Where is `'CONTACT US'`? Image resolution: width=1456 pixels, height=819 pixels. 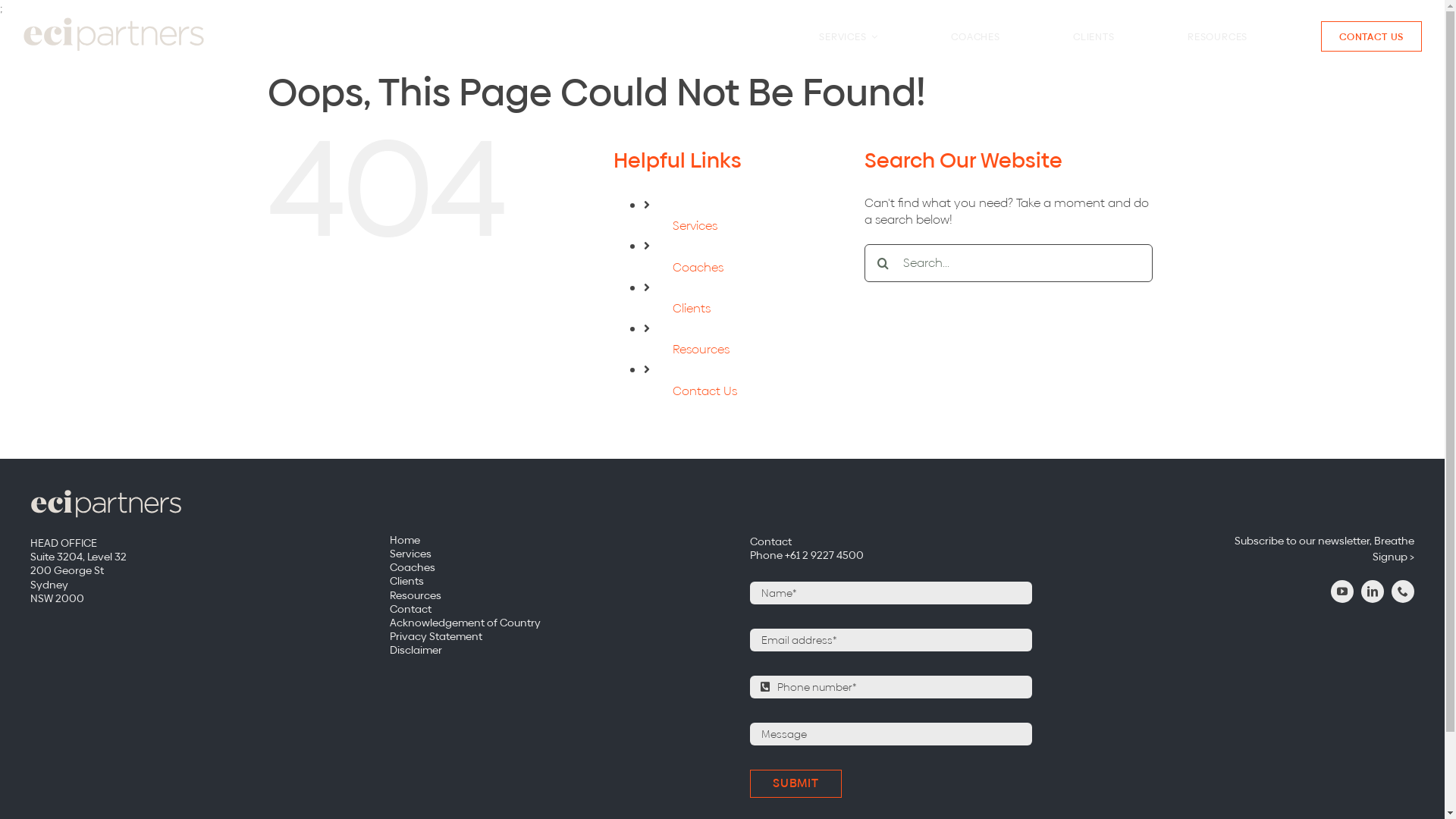
'CONTACT US' is located at coordinates (1372, 35).